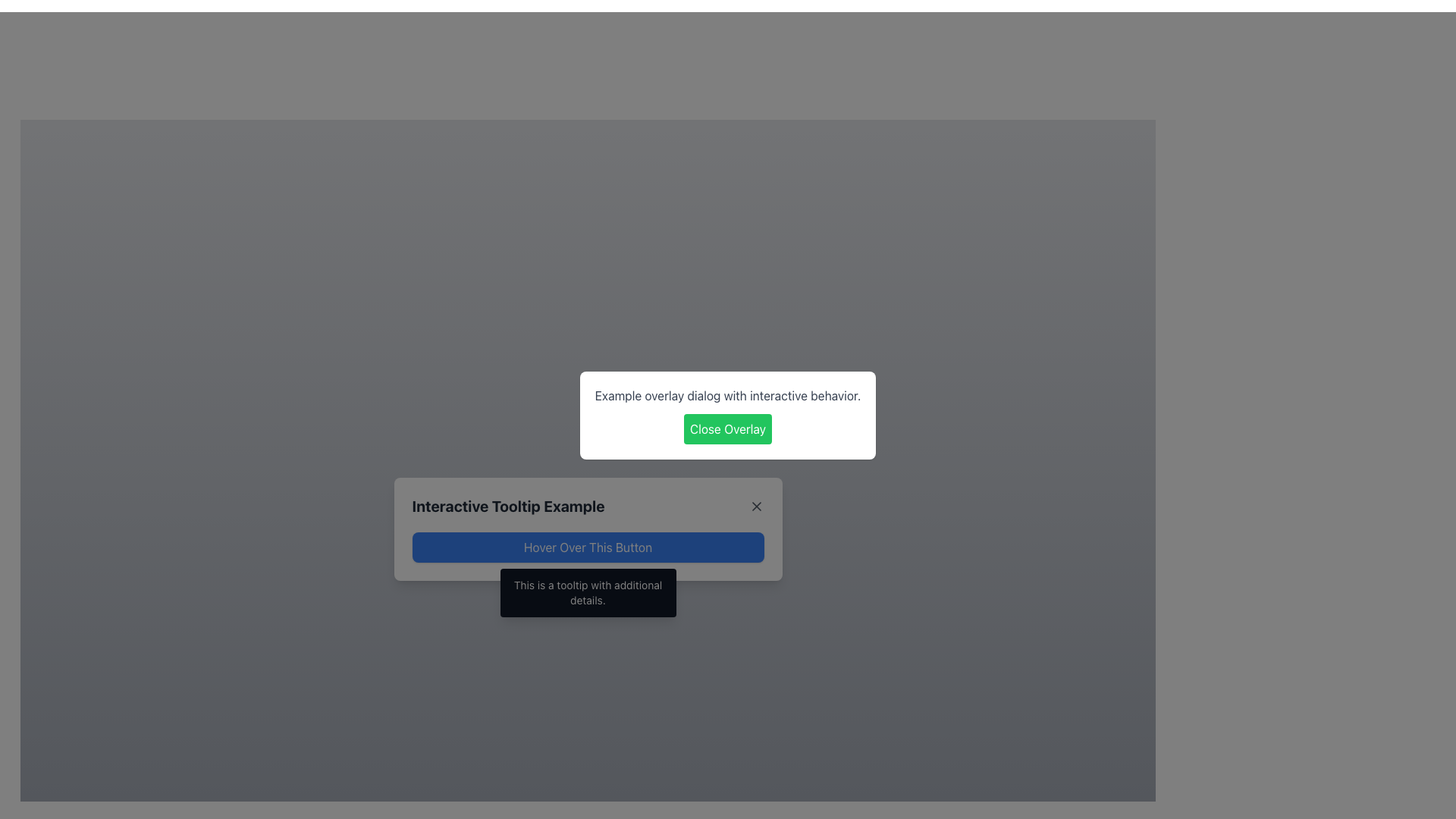  Describe the element at coordinates (728, 415) in the screenshot. I see `the green button with white text in the modal dialog box` at that location.